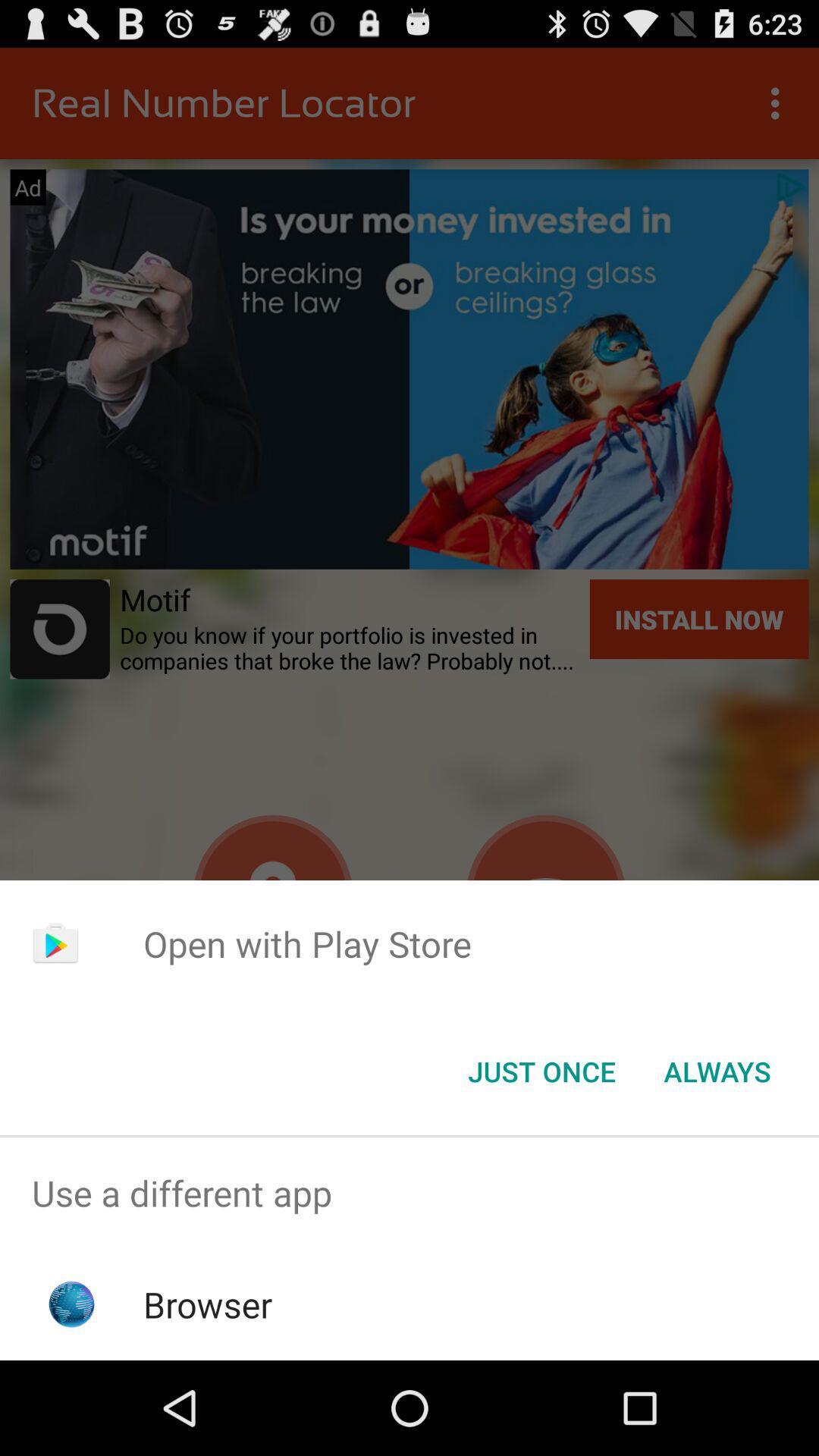 The image size is (819, 1456). Describe the element at coordinates (208, 1304) in the screenshot. I see `browser icon` at that location.